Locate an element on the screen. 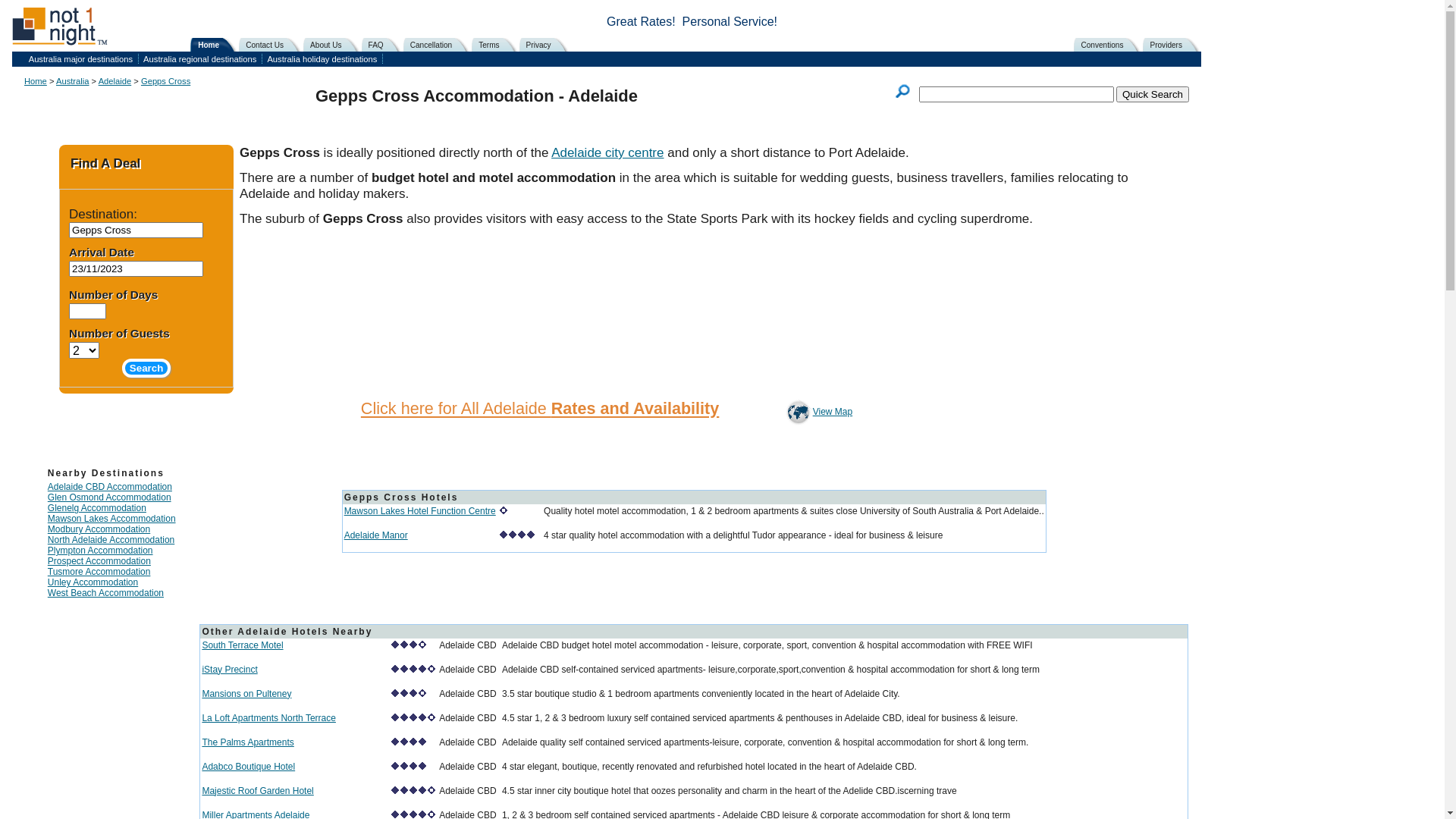 The width and height of the screenshot is (1456, 819). 'West Beach Accommodation' is located at coordinates (105, 592).